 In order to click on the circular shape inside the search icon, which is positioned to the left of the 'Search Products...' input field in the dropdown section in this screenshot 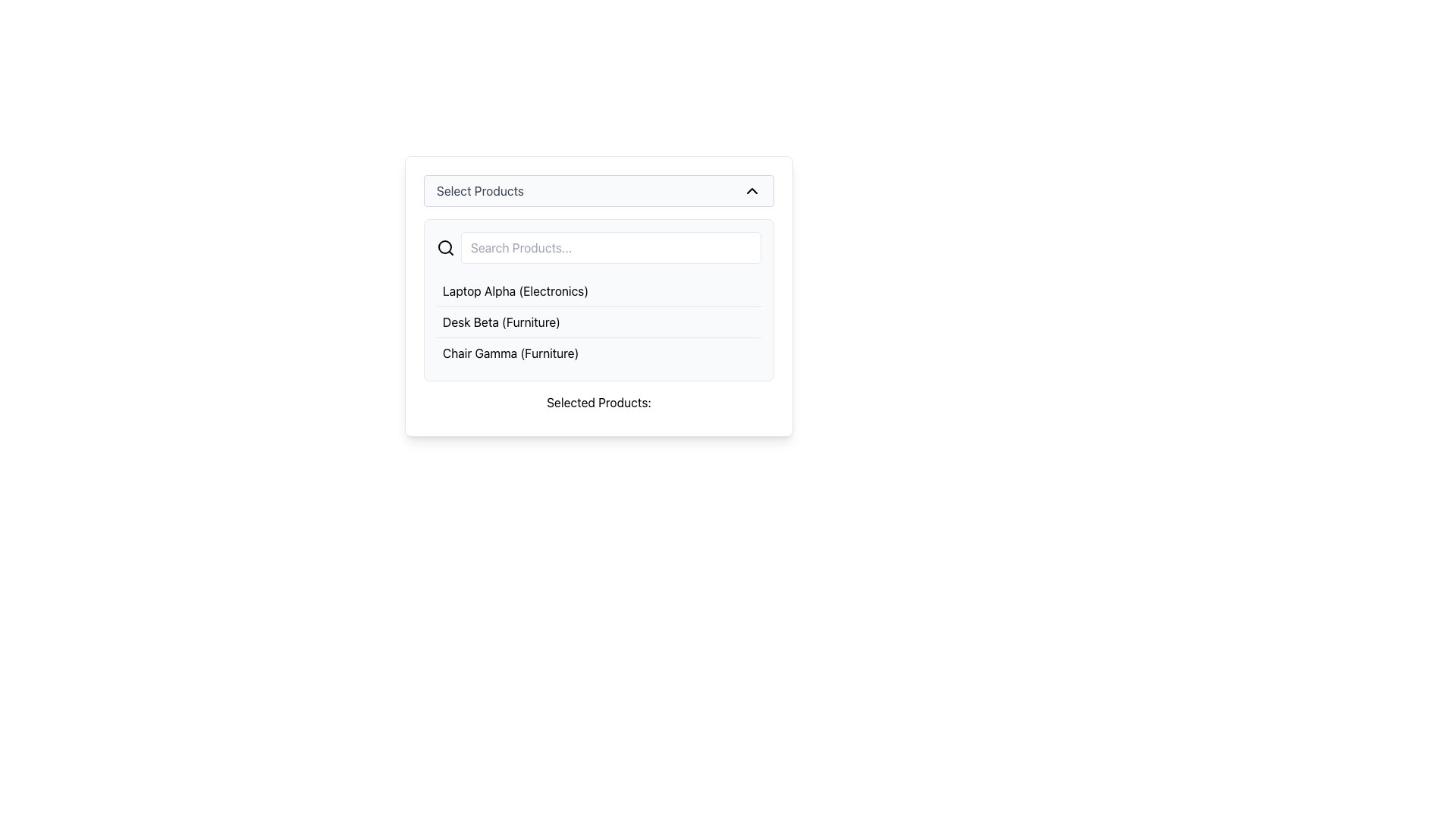, I will do `click(444, 246)`.